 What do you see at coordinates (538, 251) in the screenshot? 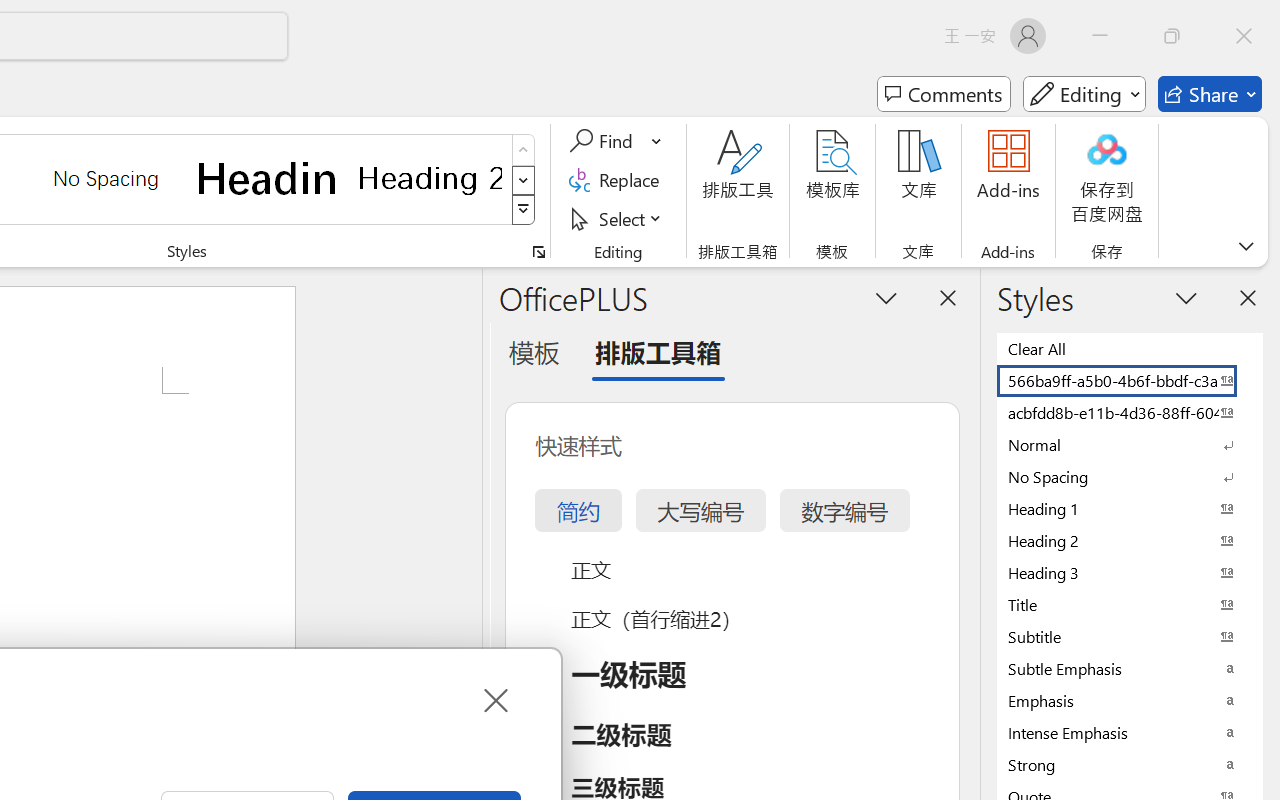
I see `'Styles...'` at bounding box center [538, 251].